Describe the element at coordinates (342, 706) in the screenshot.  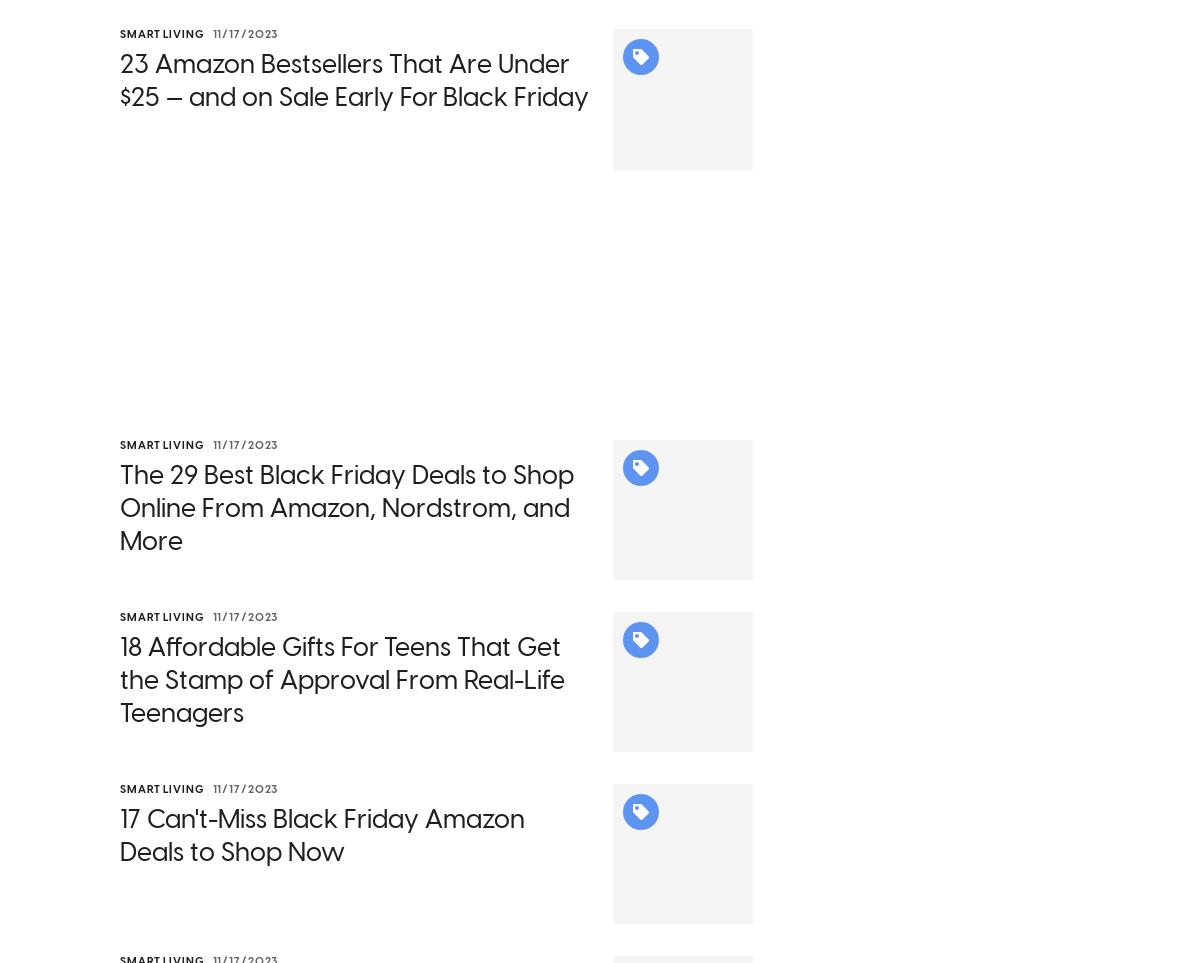
I see `'18 Affordable Gifts For Teens That Get the Stamp of Approval From Real-Life Teenagers'` at that location.